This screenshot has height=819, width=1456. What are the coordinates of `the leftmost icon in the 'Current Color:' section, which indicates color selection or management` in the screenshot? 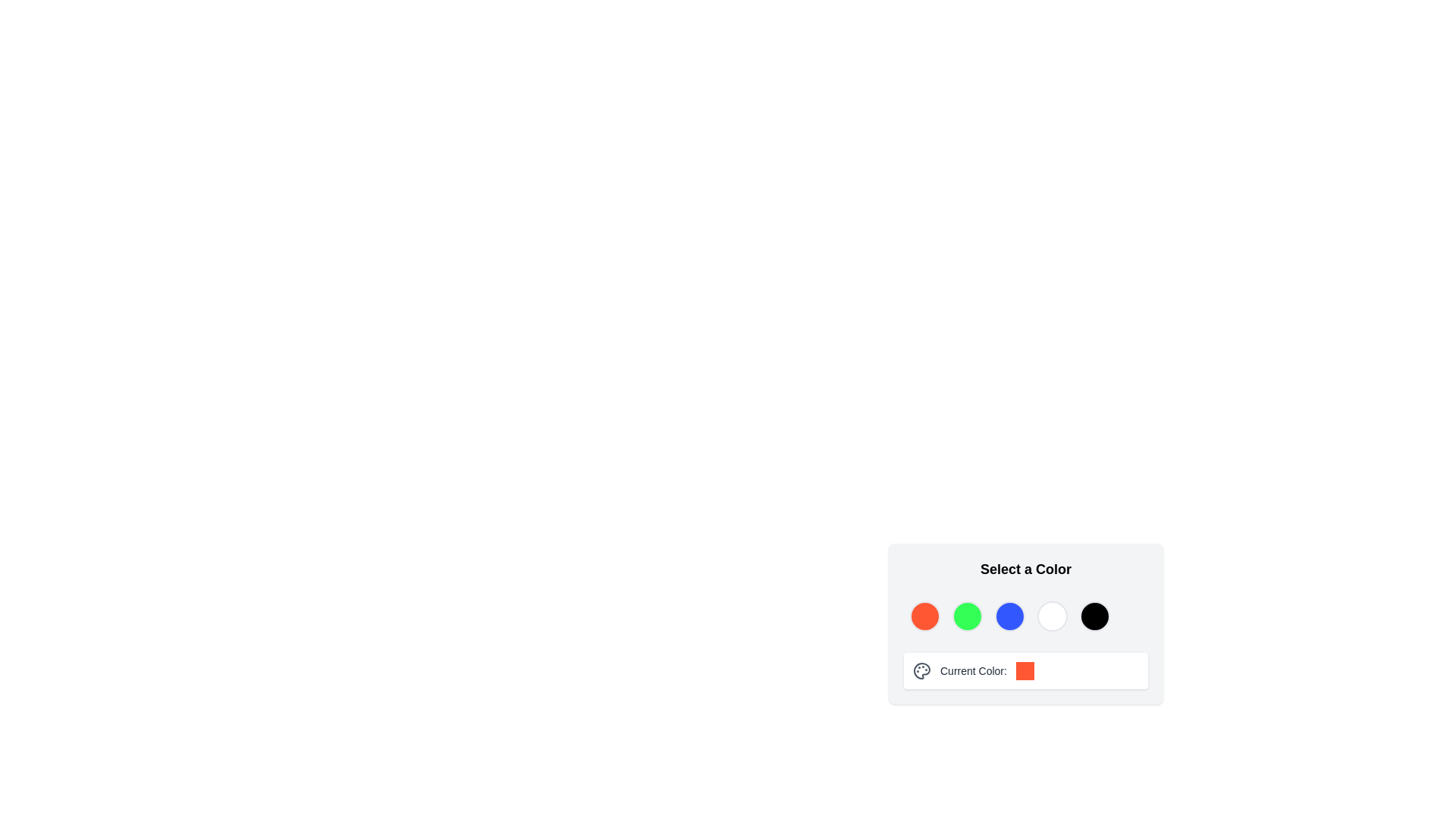 It's located at (921, 670).